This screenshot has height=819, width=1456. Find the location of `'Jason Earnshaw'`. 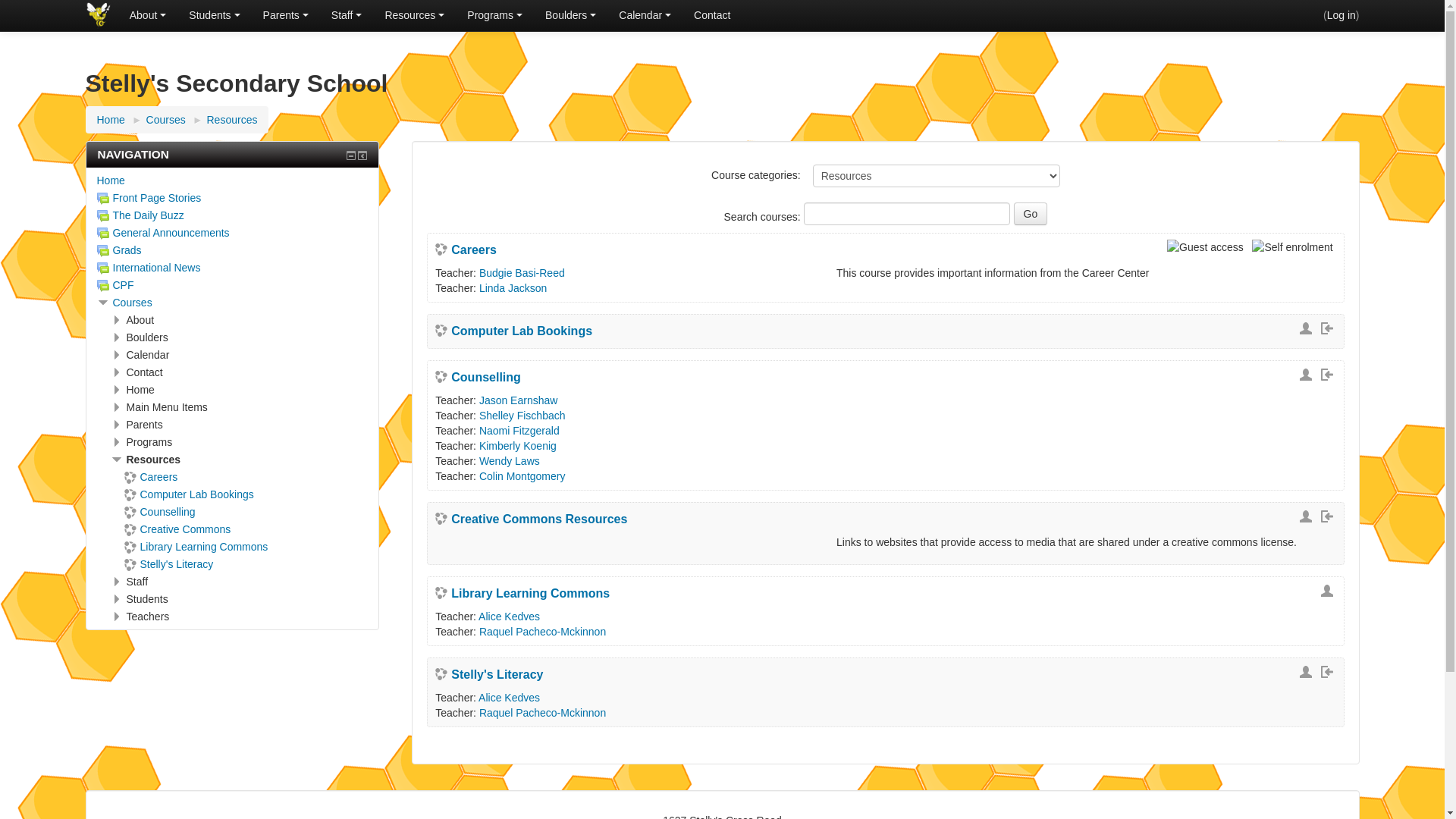

'Jason Earnshaw' is located at coordinates (519, 400).